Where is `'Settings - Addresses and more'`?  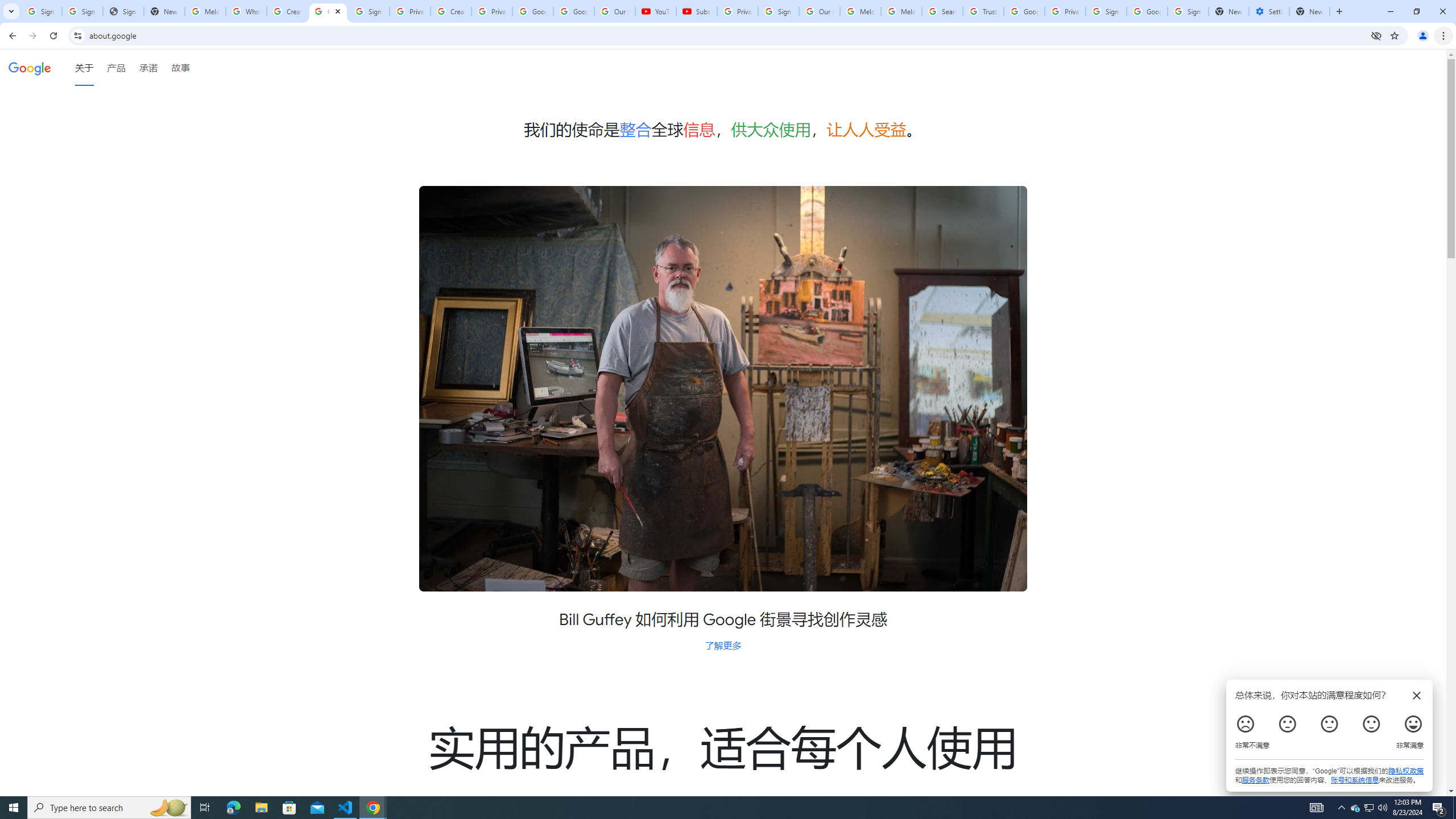
'Settings - Addresses and more' is located at coordinates (1268, 11).